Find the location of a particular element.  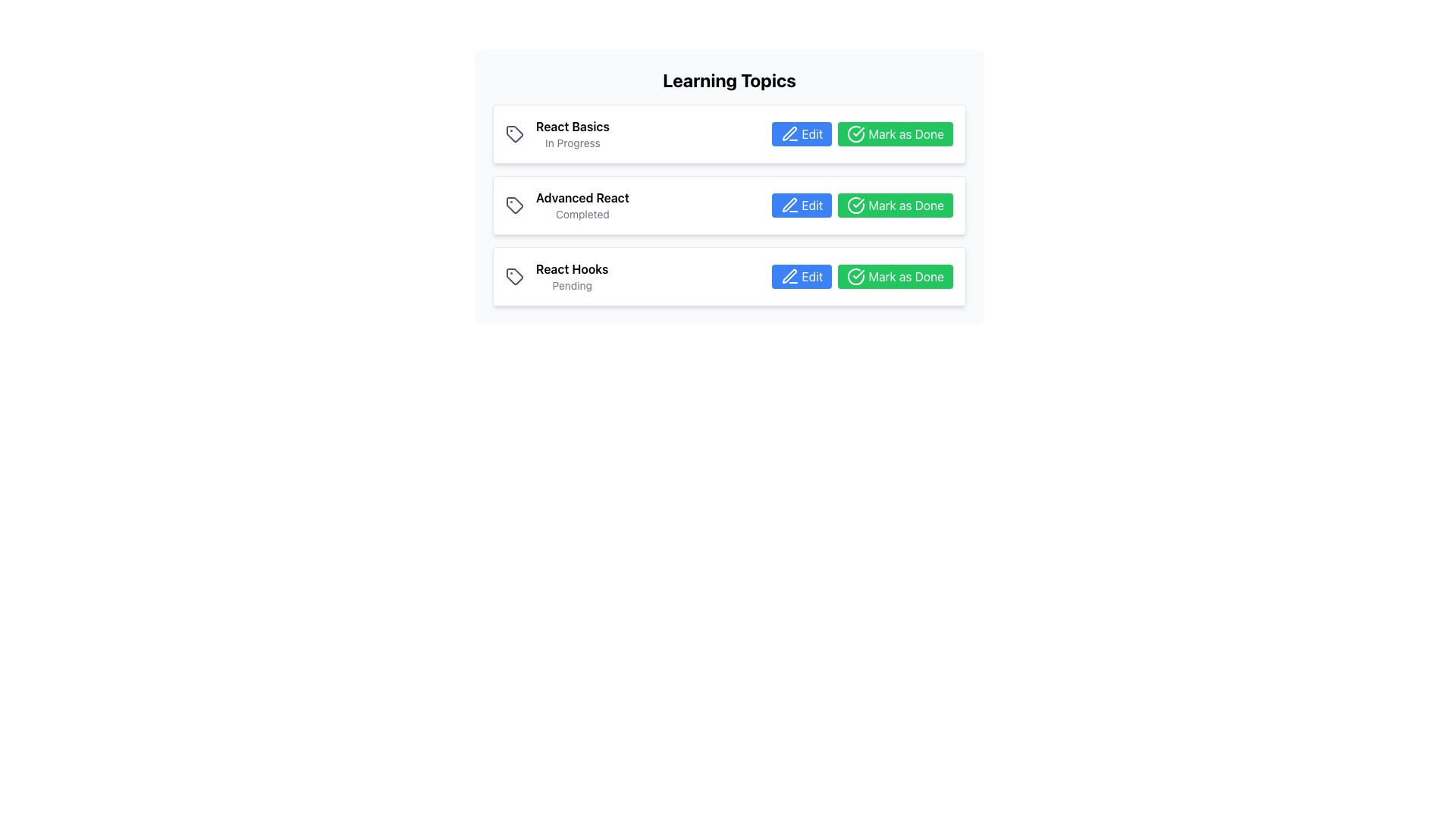

the static text label displaying 'Advanced React', which is styled in bold black font and located in the middle row of the Learning Topics list, positioned above the status text 'Completed' is located at coordinates (582, 197).